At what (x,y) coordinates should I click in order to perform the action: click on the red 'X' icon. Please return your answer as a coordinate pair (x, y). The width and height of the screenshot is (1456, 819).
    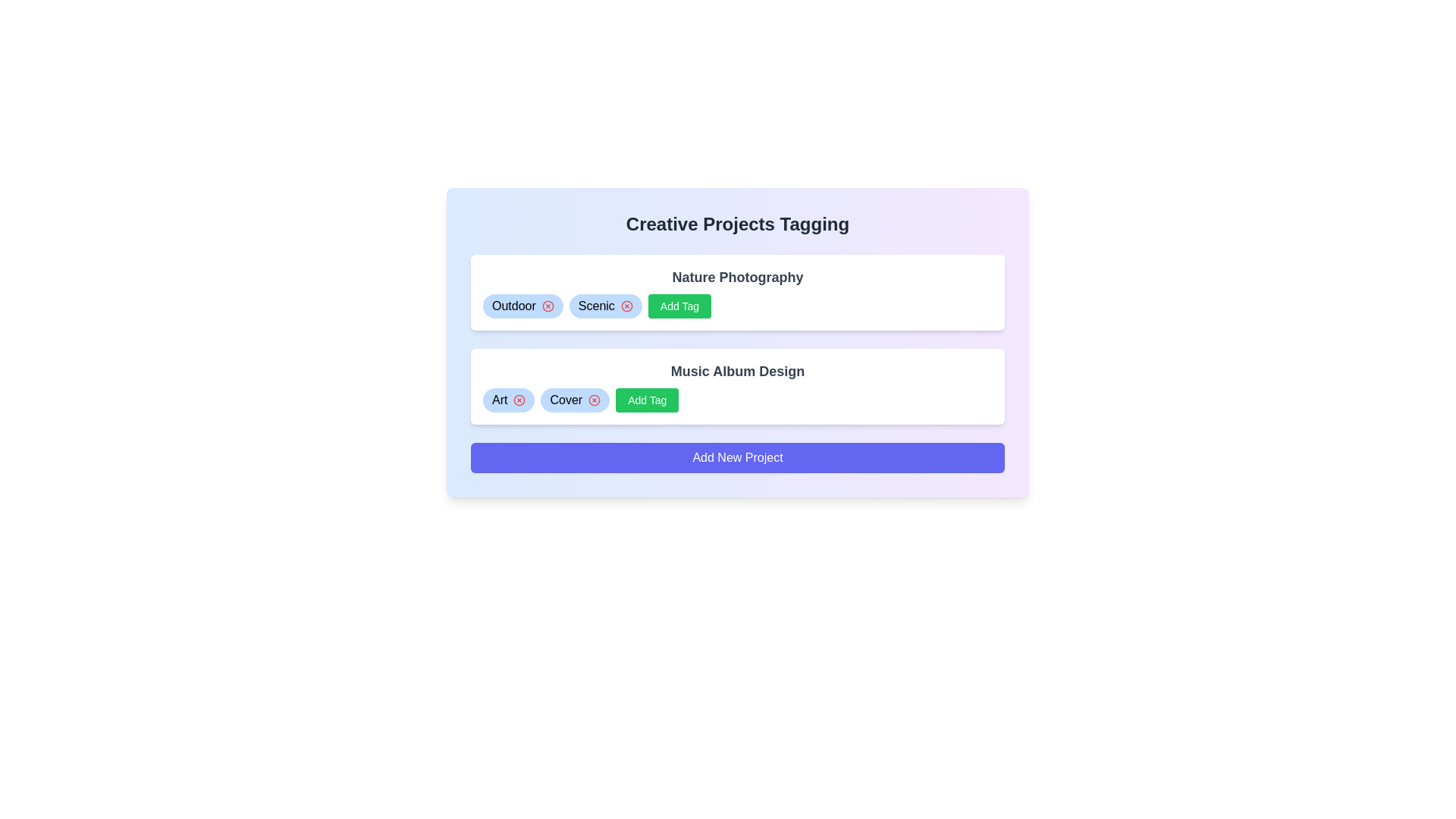
    Looking at the image, I should click on (574, 400).